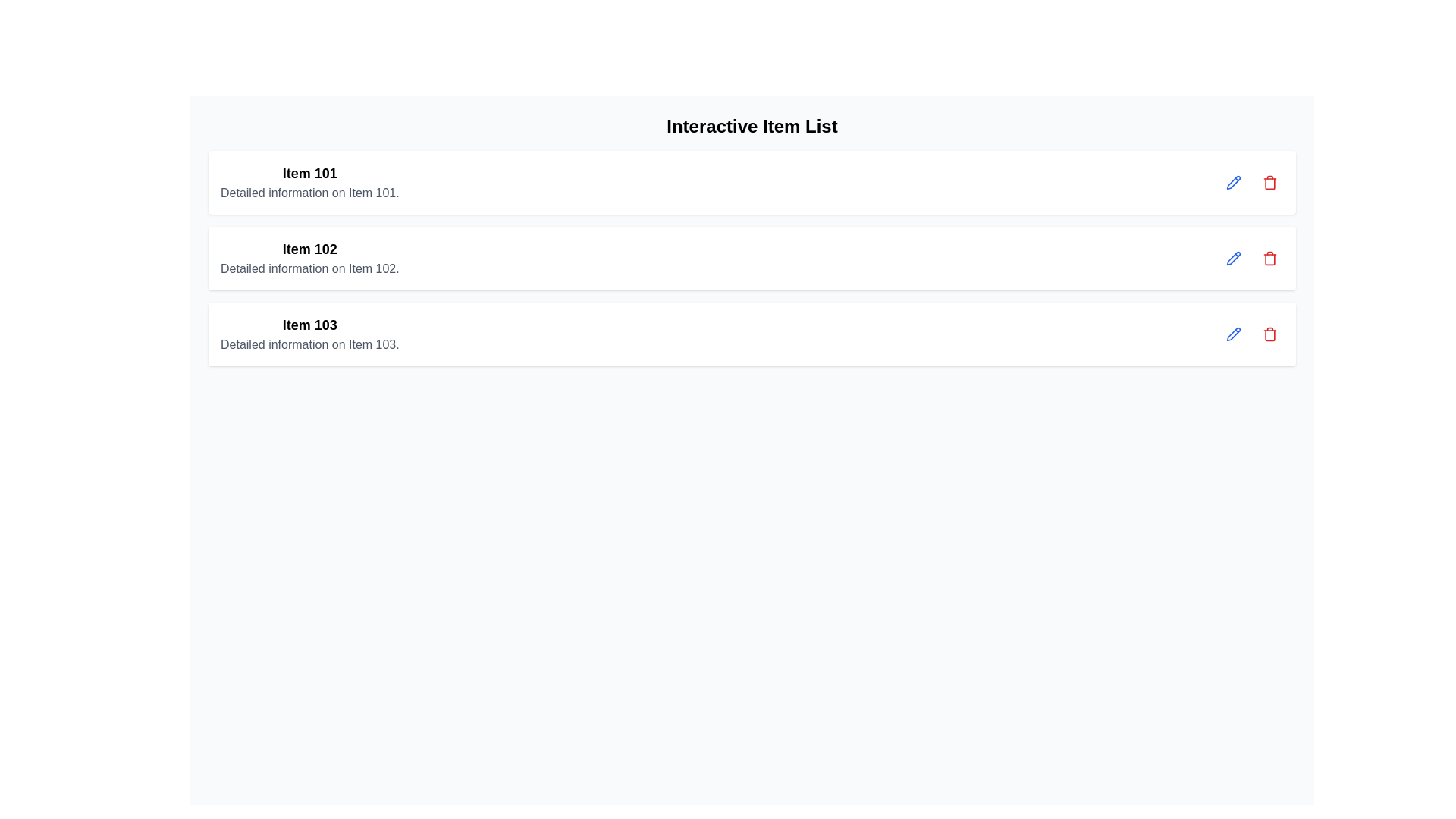  What do you see at coordinates (1270, 333) in the screenshot?
I see `the delete button located at the right-most end of the interactive options for 'Item 103'` at bounding box center [1270, 333].